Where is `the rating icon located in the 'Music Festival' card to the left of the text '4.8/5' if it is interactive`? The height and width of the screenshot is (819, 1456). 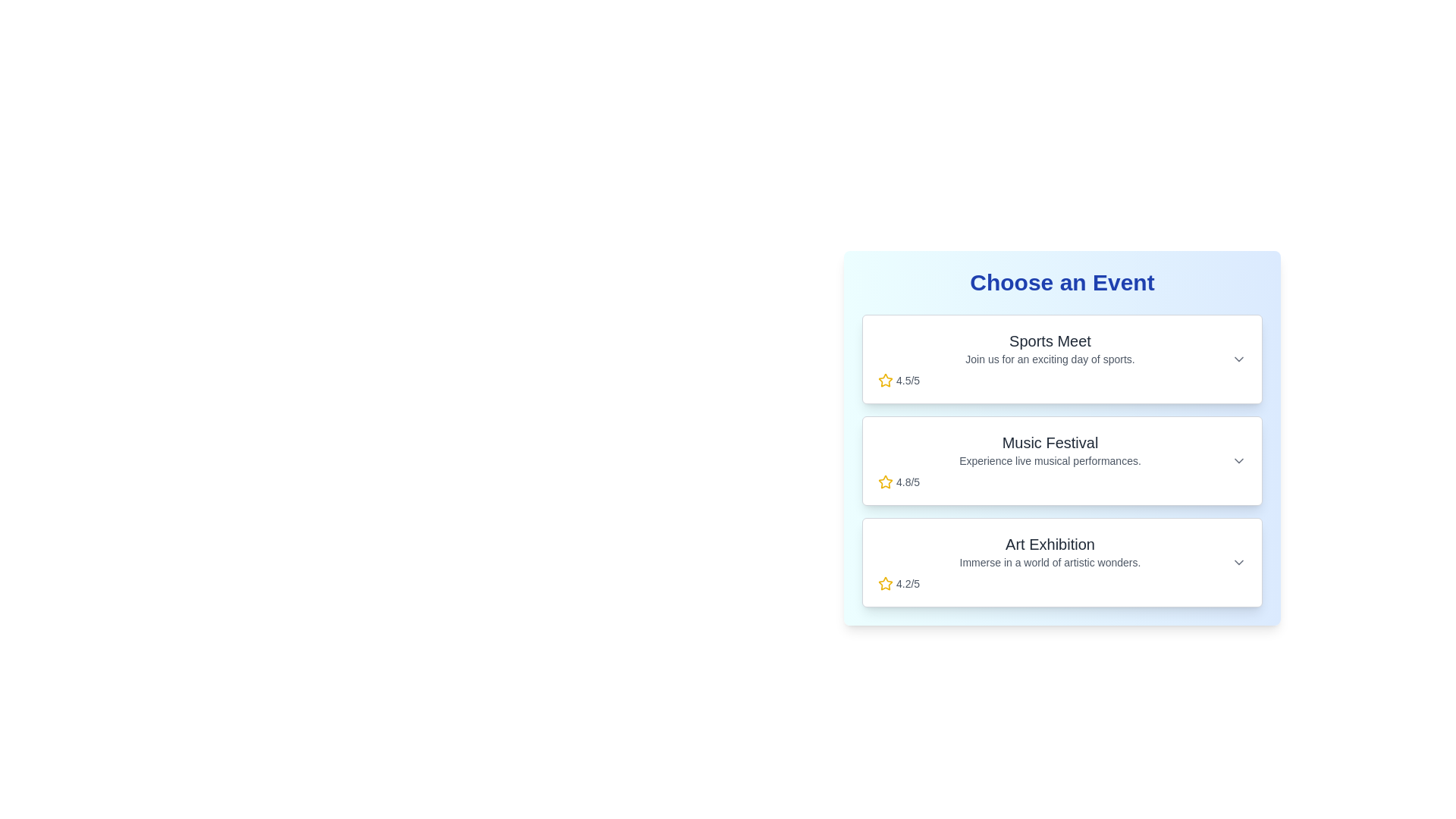
the rating icon located in the 'Music Festival' card to the left of the text '4.8/5' if it is interactive is located at coordinates (884, 482).